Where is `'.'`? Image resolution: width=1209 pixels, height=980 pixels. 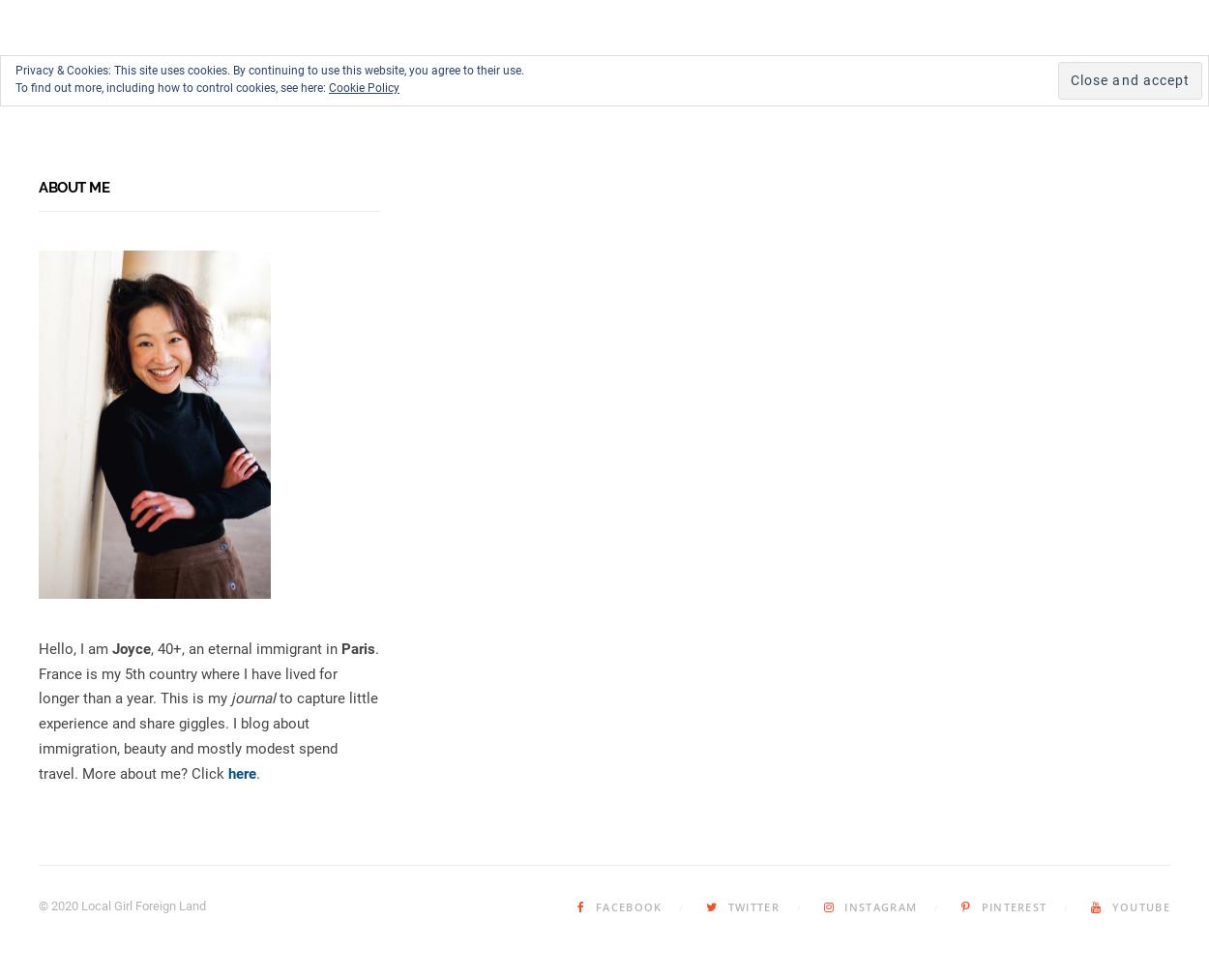
'.' is located at coordinates (258, 773).